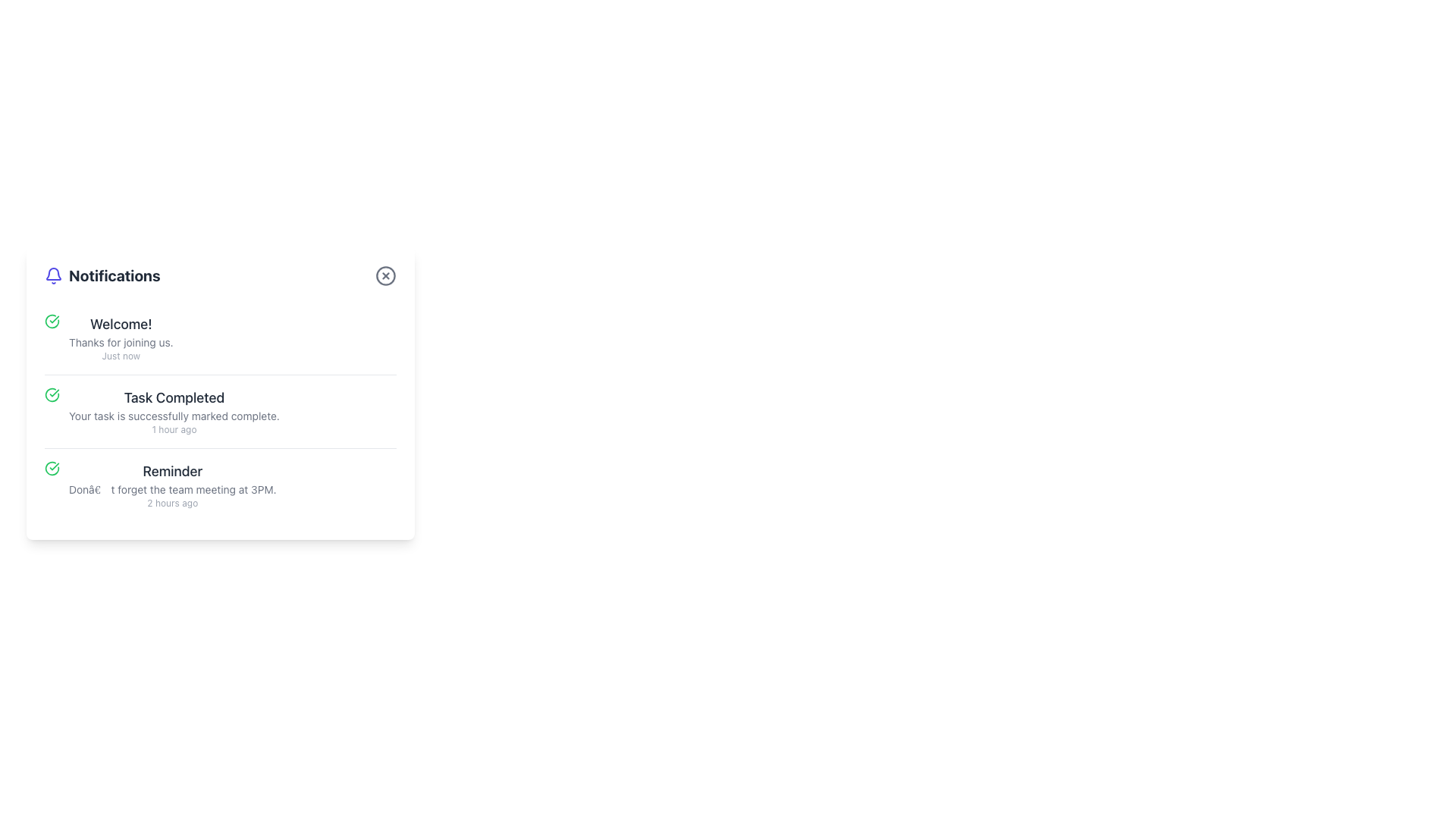 This screenshot has width=1456, height=819. I want to click on text from the 'Reminder' label which is prominently styled in a large and bold typeface, located in the third notification entry of a notification card, so click(172, 470).